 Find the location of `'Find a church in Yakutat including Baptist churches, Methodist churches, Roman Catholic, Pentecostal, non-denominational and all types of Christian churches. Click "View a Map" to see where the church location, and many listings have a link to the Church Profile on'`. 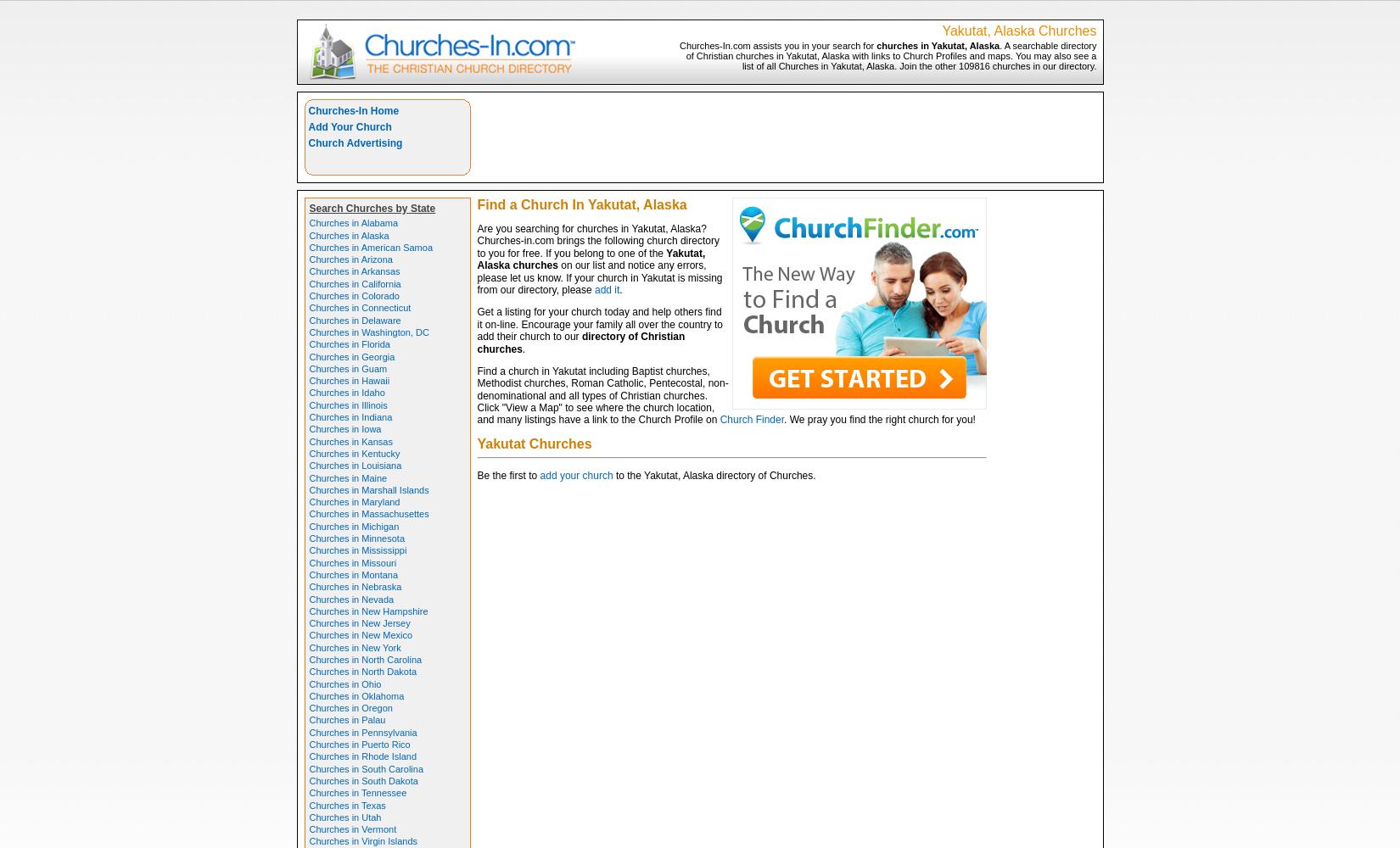

'Find a church in Yakutat including Baptist churches, Methodist churches, Roman Catholic, Pentecostal, non-denominational and all types of Christian churches. Click "View a Map" to see where the church location, and many listings have a link to the Church Profile on' is located at coordinates (601, 394).